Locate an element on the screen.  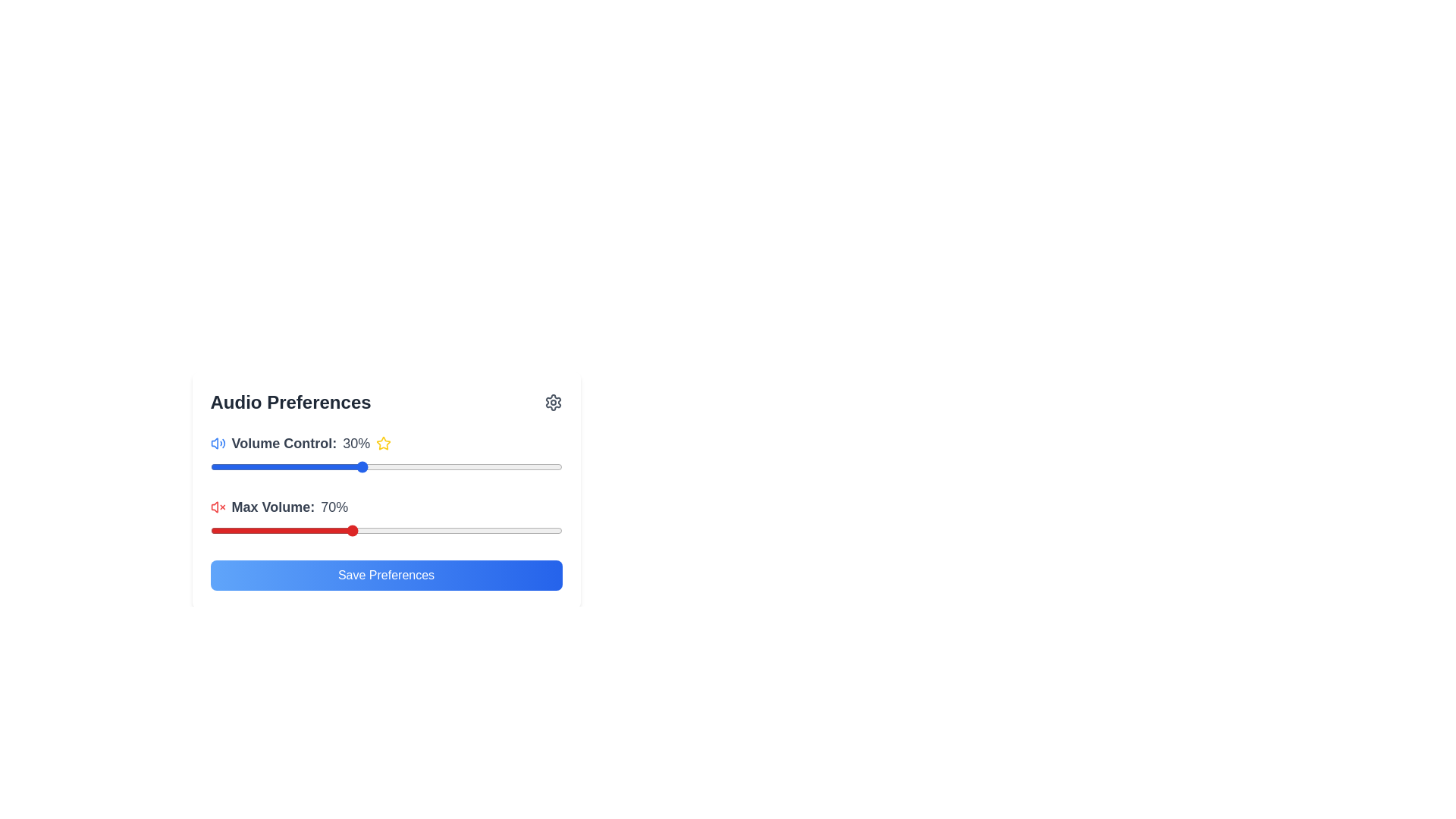
the graphical icon resembling a star, used for rating or highlighting, located to the right of the 'Volume Control: 30%' text near the 'Max Volume' slider is located at coordinates (384, 443).